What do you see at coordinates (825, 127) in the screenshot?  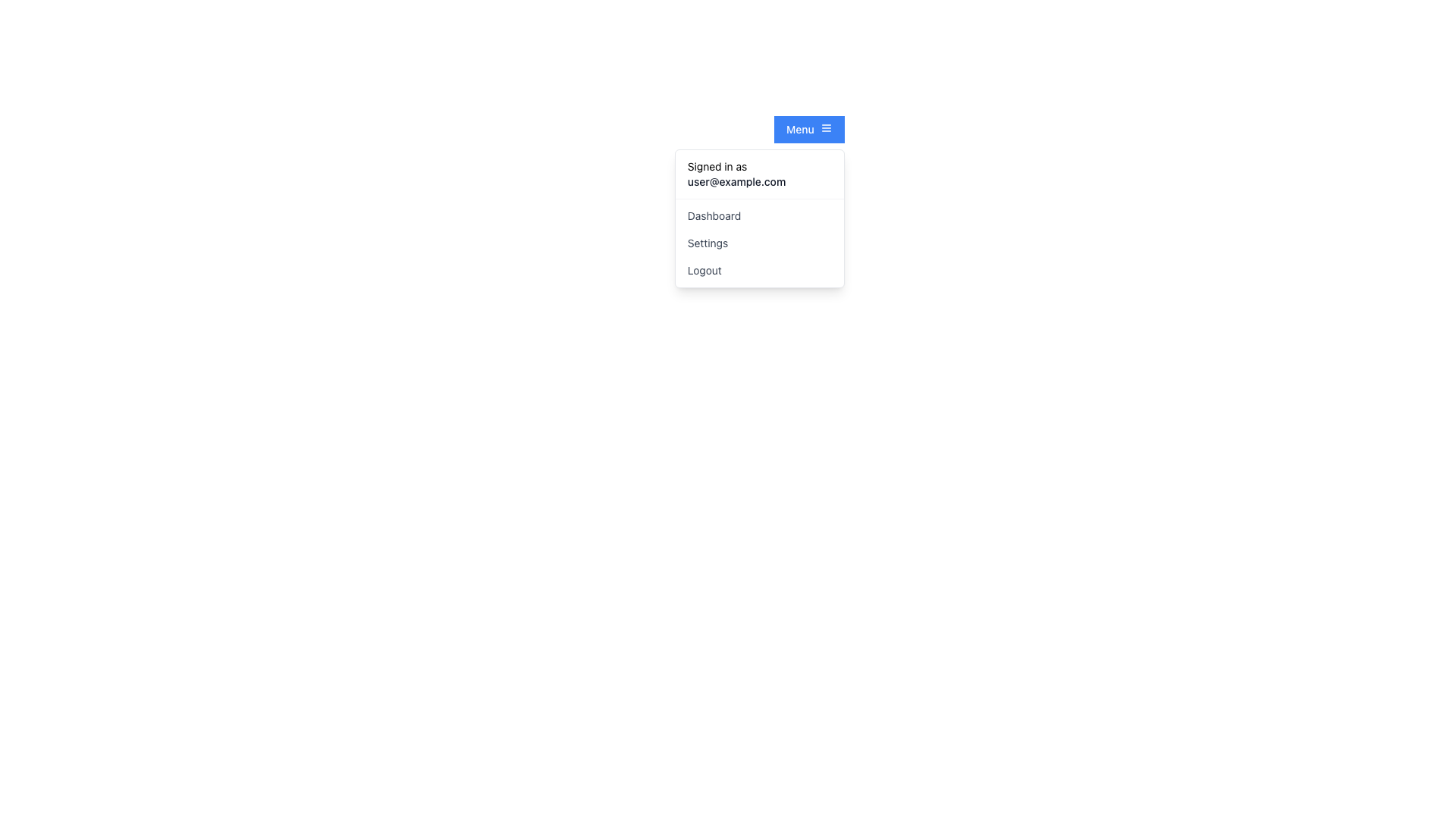 I see `the hamburger menu icon located inside the blue 'Menu' button` at bounding box center [825, 127].